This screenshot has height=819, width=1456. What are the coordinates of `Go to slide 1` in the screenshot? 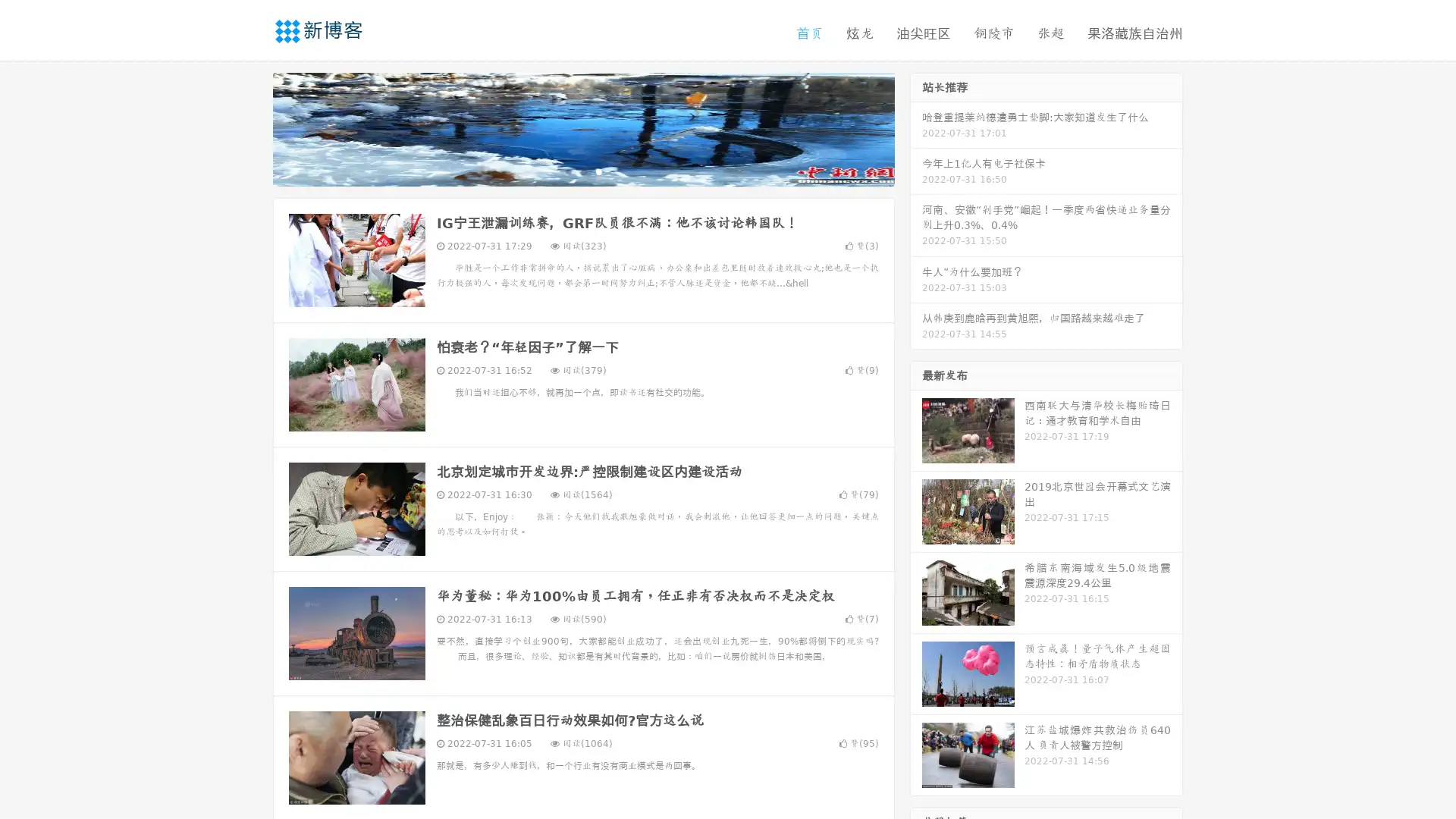 It's located at (567, 171).